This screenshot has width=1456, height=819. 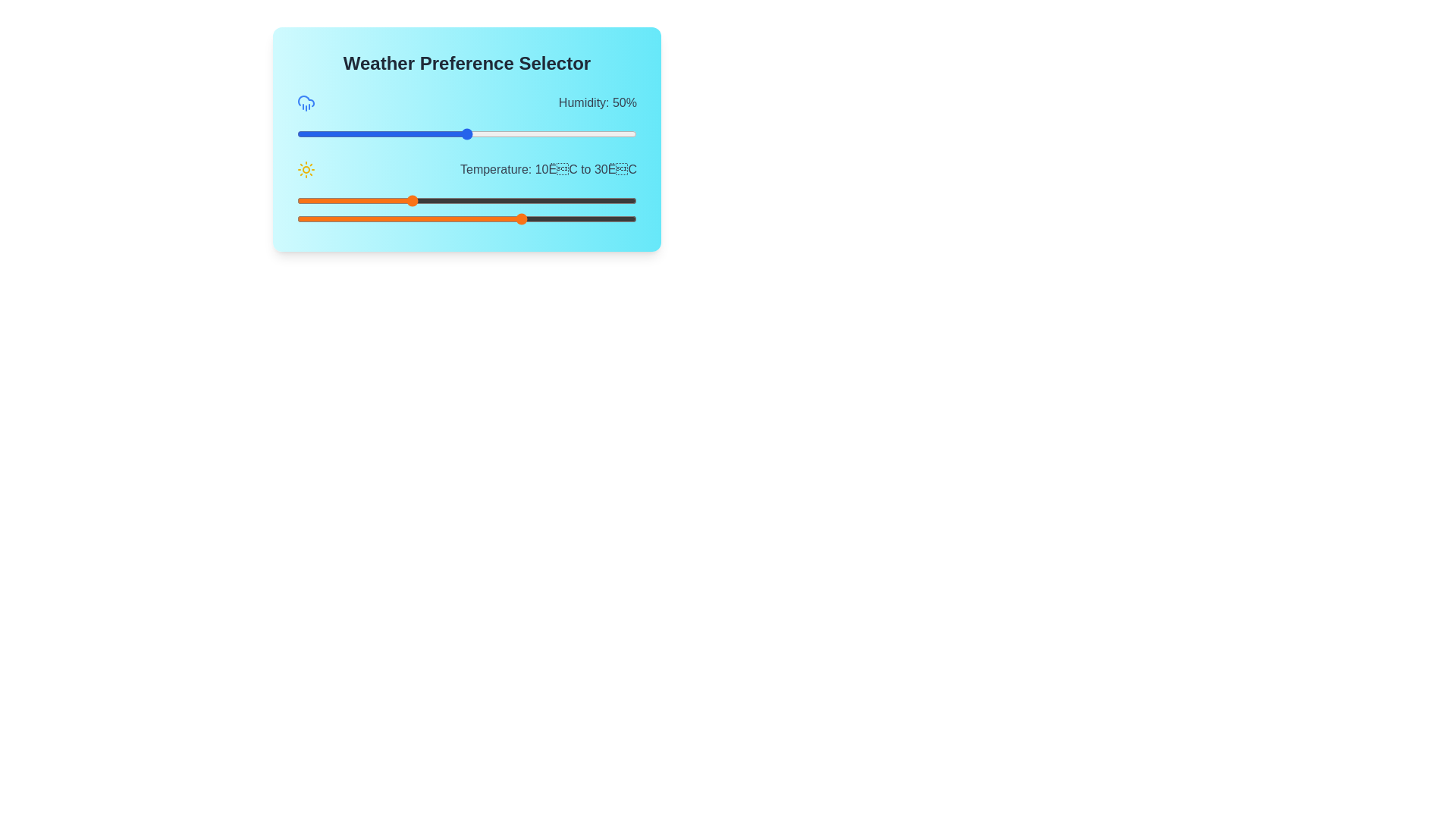 What do you see at coordinates (422, 219) in the screenshot?
I see `the maximum temperature slider to 12 degrees Celsius` at bounding box center [422, 219].